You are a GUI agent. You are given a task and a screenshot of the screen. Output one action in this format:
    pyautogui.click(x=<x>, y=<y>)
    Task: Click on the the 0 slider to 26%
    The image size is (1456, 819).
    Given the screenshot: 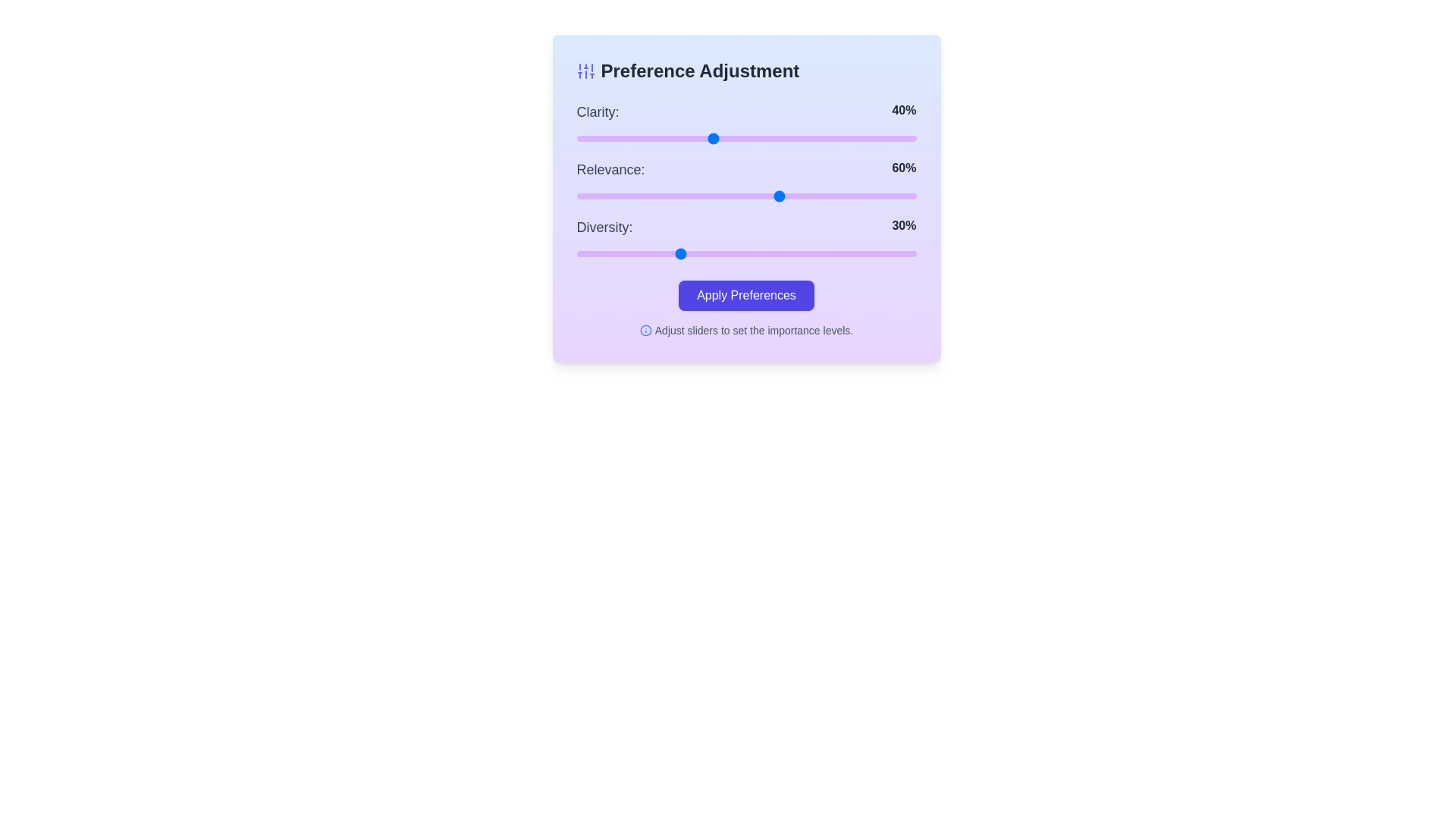 What is the action you would take?
    pyautogui.click(x=665, y=138)
    